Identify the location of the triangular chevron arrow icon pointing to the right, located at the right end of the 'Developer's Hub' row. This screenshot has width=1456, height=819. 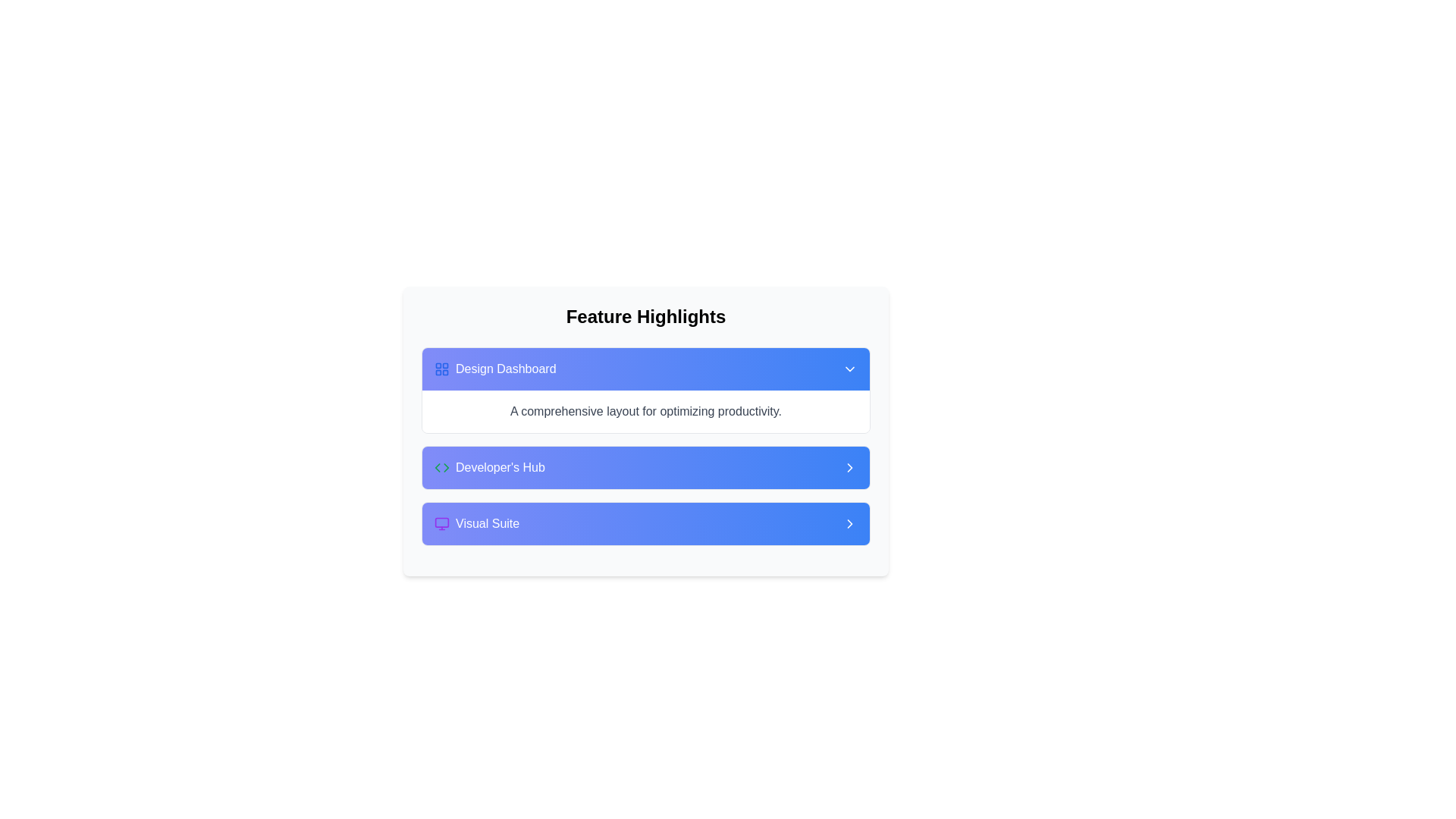
(850, 467).